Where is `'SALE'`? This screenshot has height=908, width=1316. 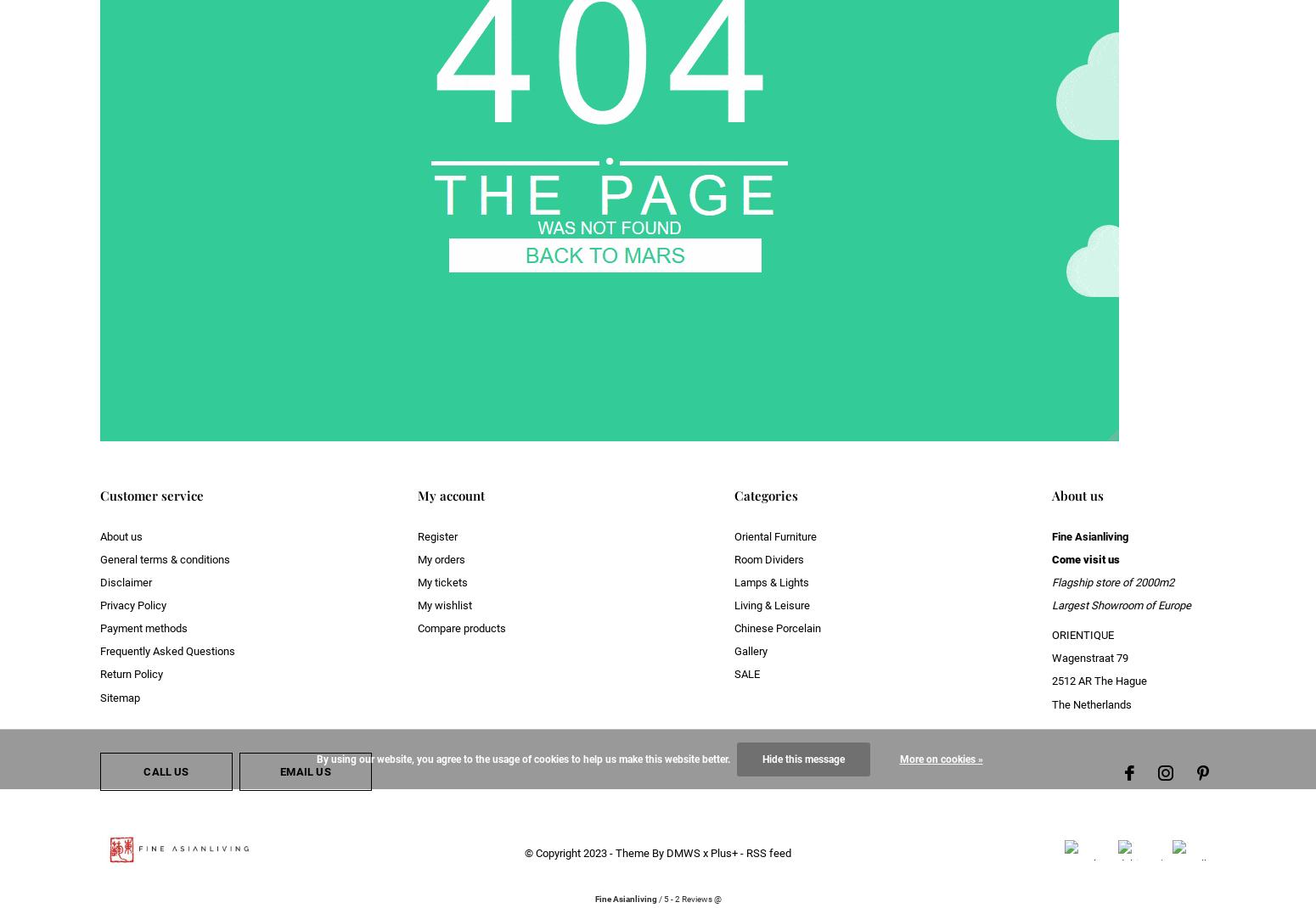 'SALE' is located at coordinates (746, 673).